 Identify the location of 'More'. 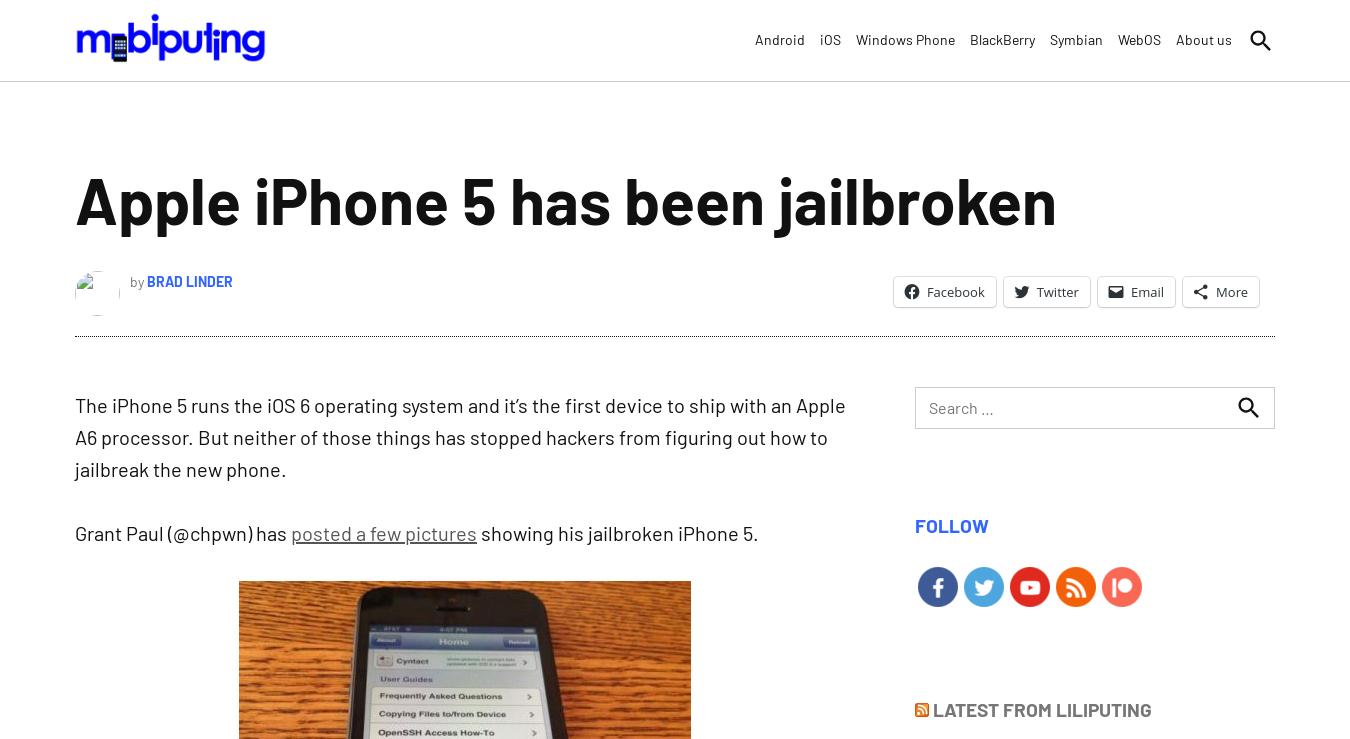
(1214, 290).